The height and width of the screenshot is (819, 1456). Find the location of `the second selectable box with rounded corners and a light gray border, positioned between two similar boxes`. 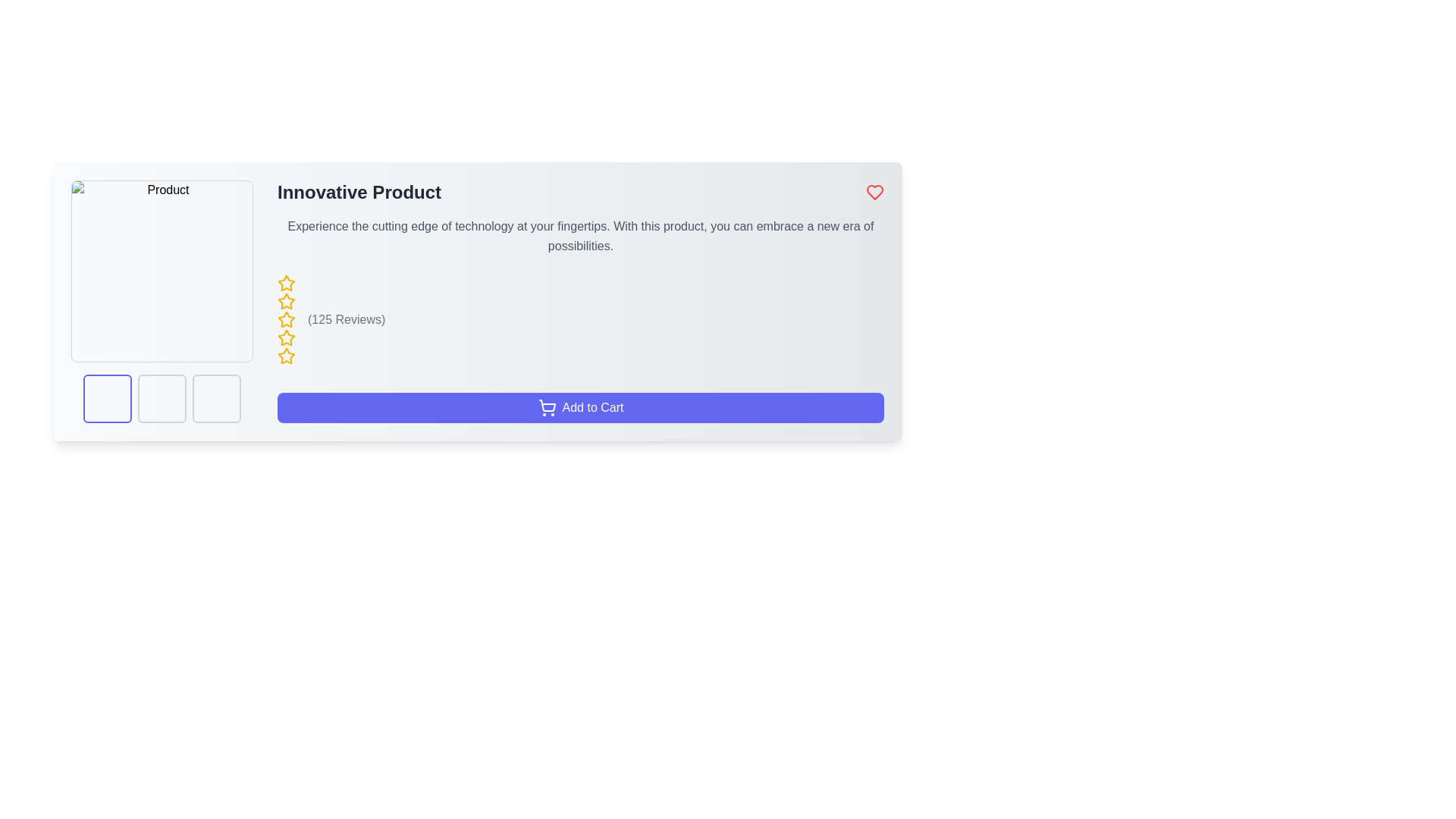

the second selectable box with rounded corners and a light gray border, positioned between two similar boxes is located at coordinates (162, 397).